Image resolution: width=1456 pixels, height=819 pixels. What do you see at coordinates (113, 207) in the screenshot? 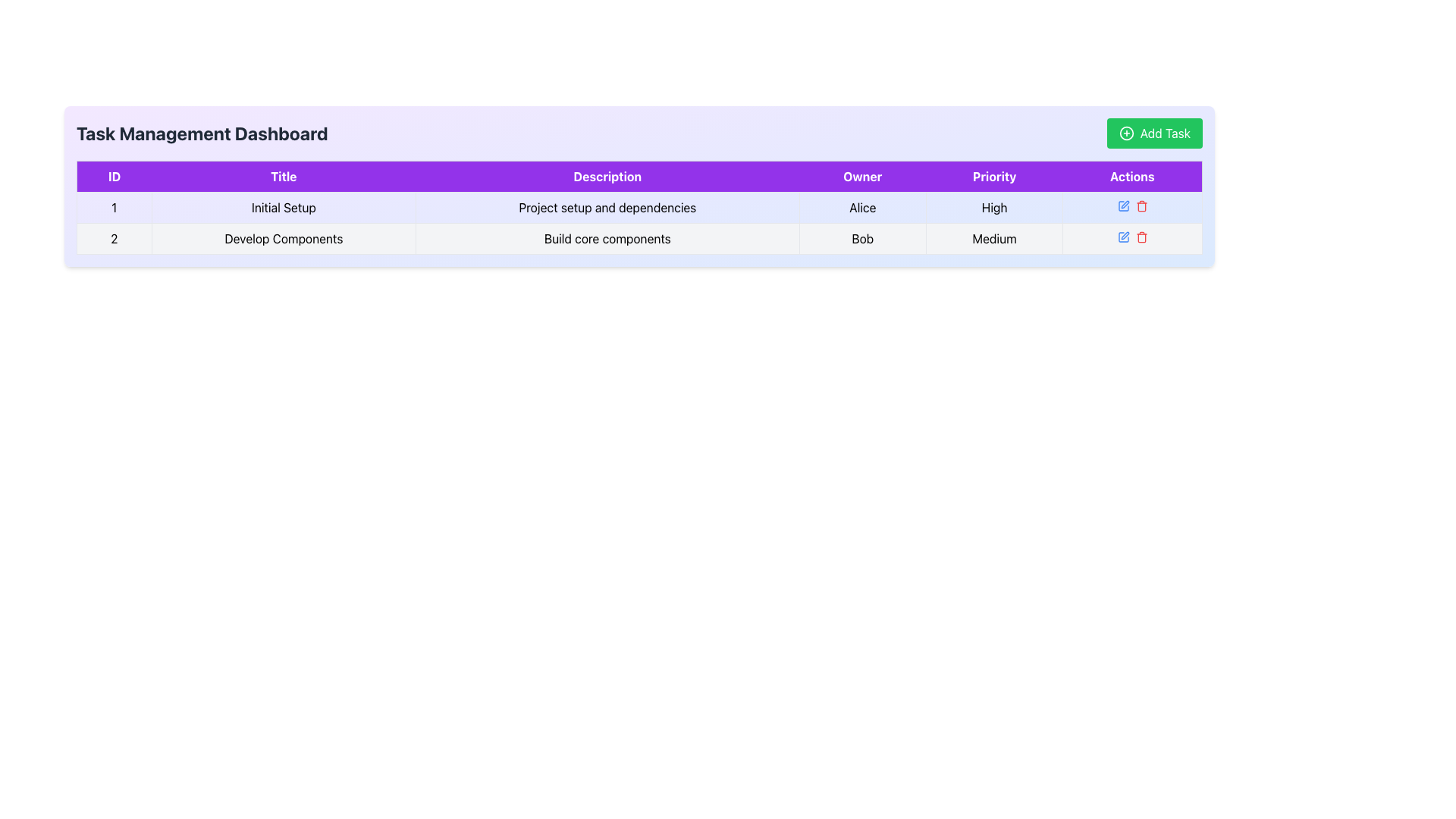
I see `the table cell containing the numerical value '1' in the 'ID' column, which is styled in black text and is located at the top-left corner of the table` at bounding box center [113, 207].